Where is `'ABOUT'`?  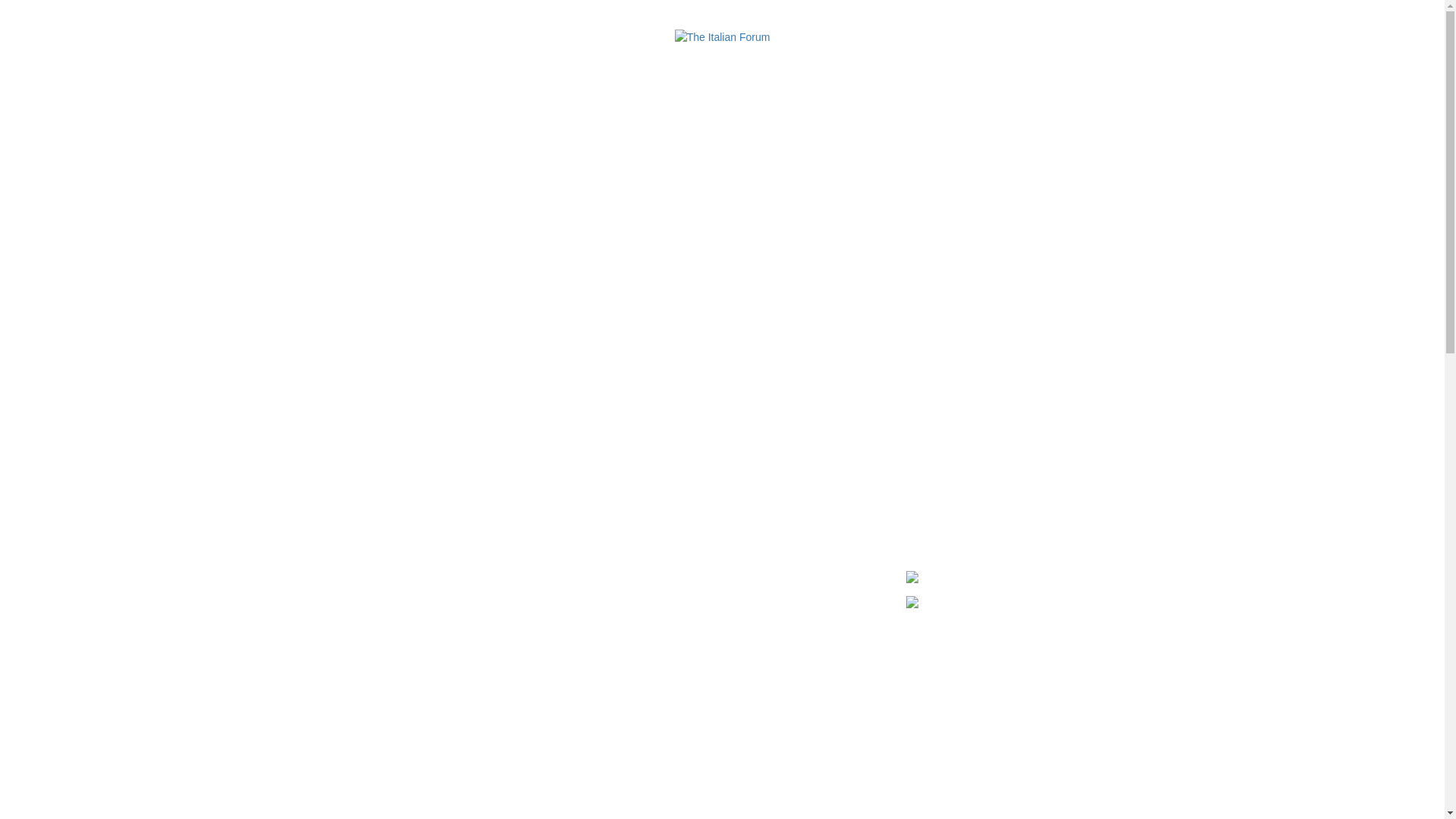 'ABOUT' is located at coordinates (371, 48).